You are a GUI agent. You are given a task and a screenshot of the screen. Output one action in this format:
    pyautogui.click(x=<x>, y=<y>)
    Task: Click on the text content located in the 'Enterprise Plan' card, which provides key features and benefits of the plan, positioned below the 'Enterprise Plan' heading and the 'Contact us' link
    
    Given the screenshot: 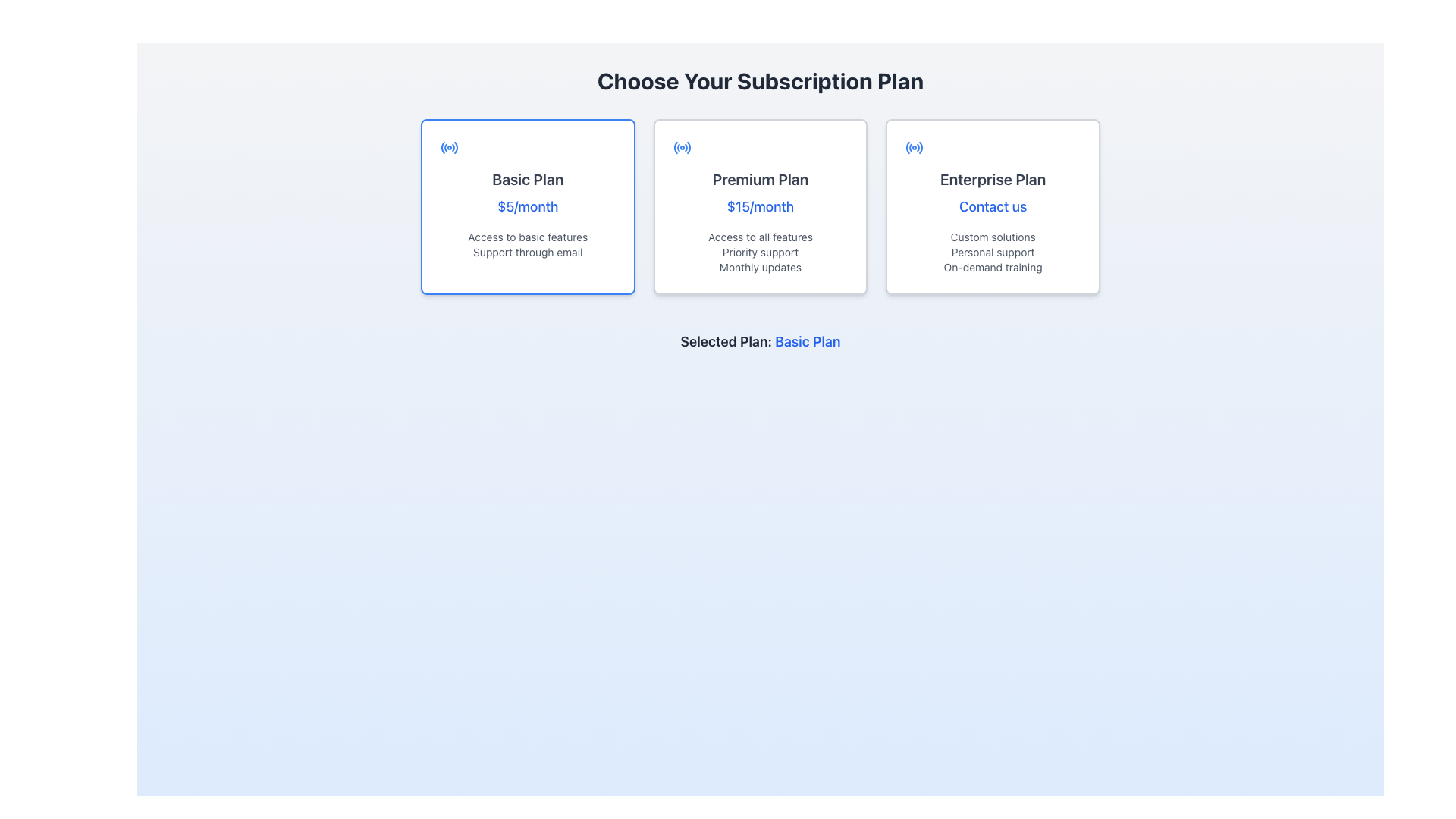 What is the action you would take?
    pyautogui.click(x=993, y=251)
    